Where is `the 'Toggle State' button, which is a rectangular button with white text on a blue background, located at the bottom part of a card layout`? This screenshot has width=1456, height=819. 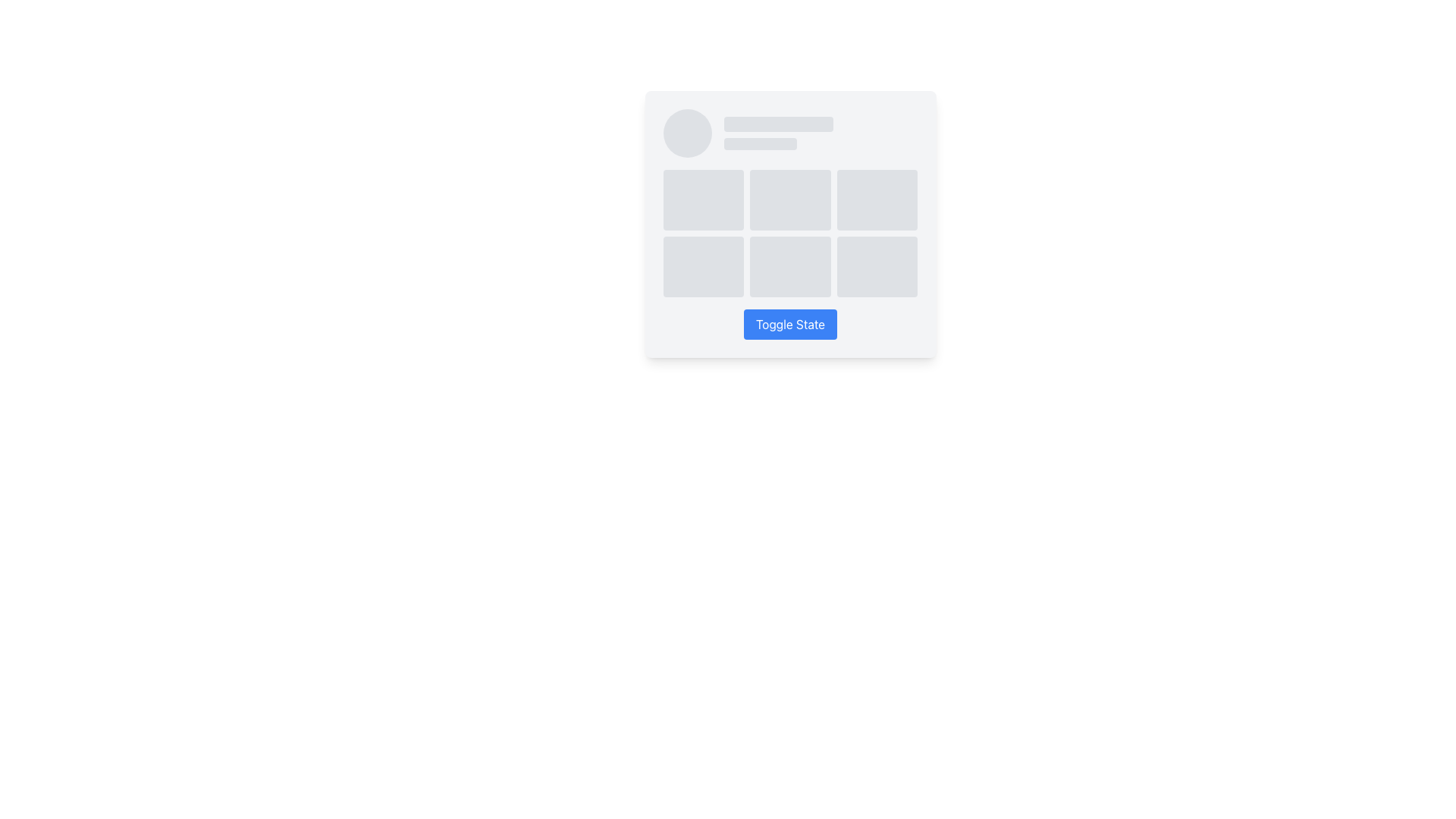 the 'Toggle State' button, which is a rectangular button with white text on a blue background, located at the bottom part of a card layout is located at coordinates (789, 324).